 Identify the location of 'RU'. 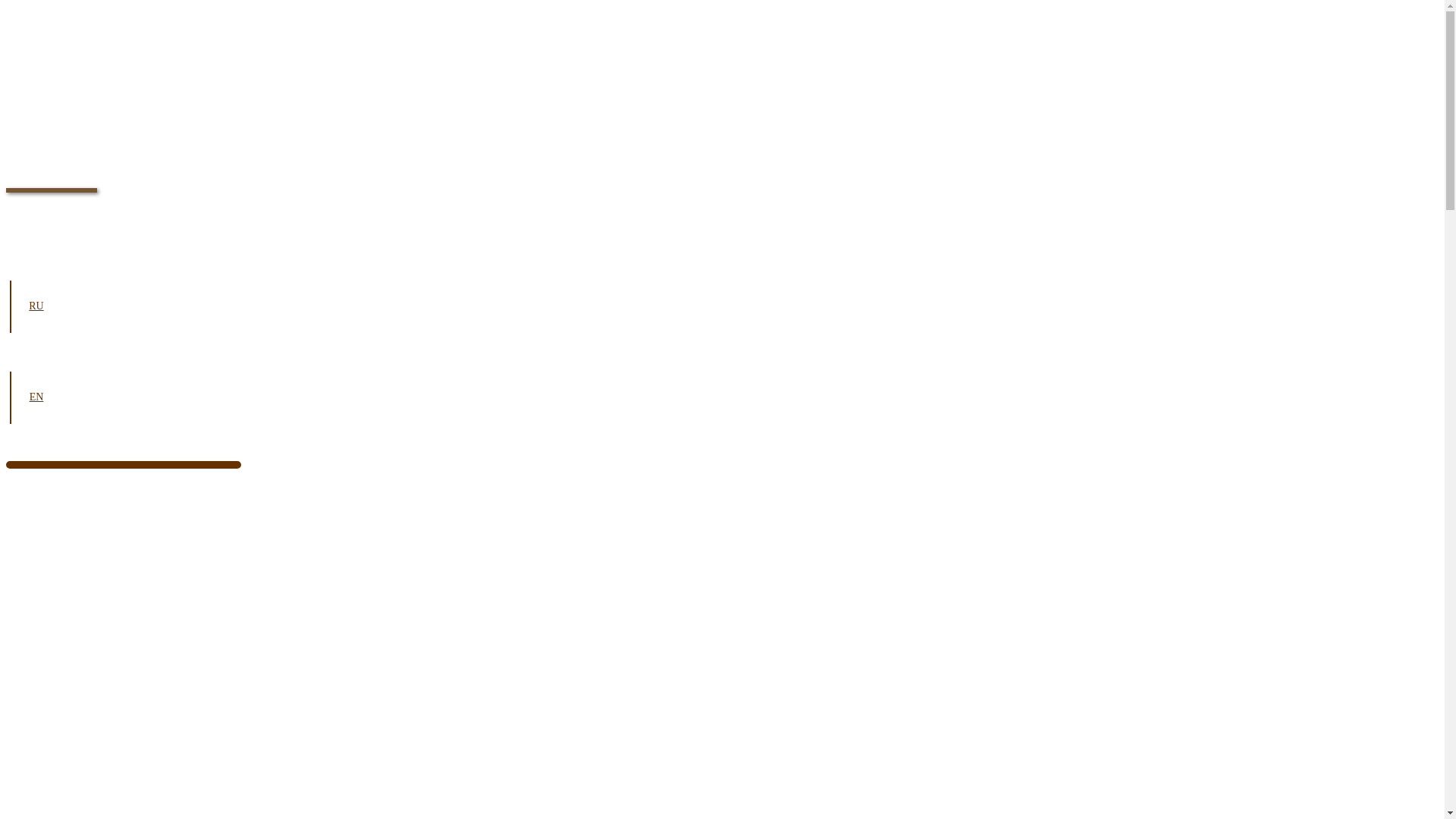
(36, 306).